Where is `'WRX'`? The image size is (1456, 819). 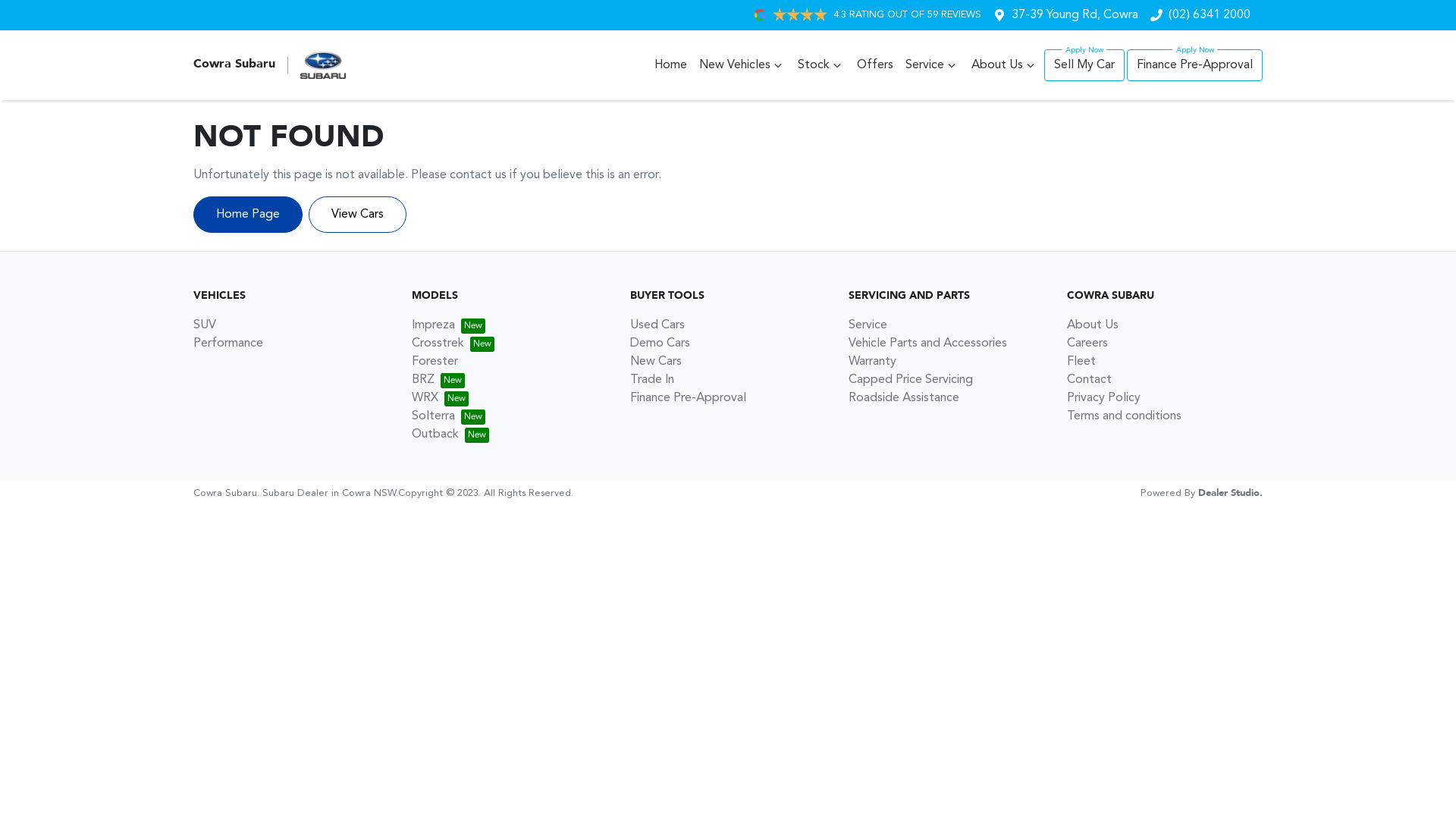
'WRX' is located at coordinates (411, 397).